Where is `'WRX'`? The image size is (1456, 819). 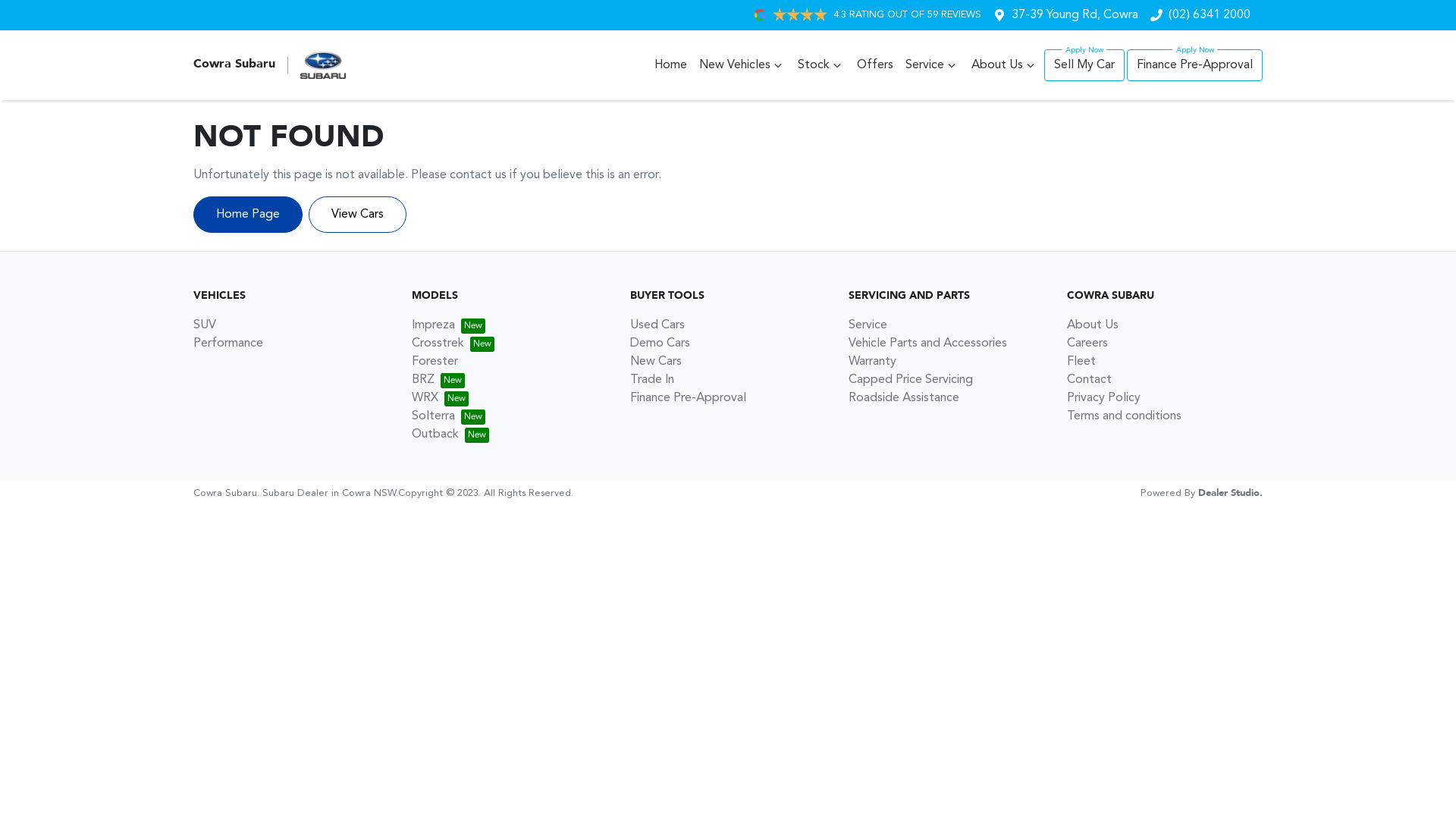
'WRX' is located at coordinates (411, 397).